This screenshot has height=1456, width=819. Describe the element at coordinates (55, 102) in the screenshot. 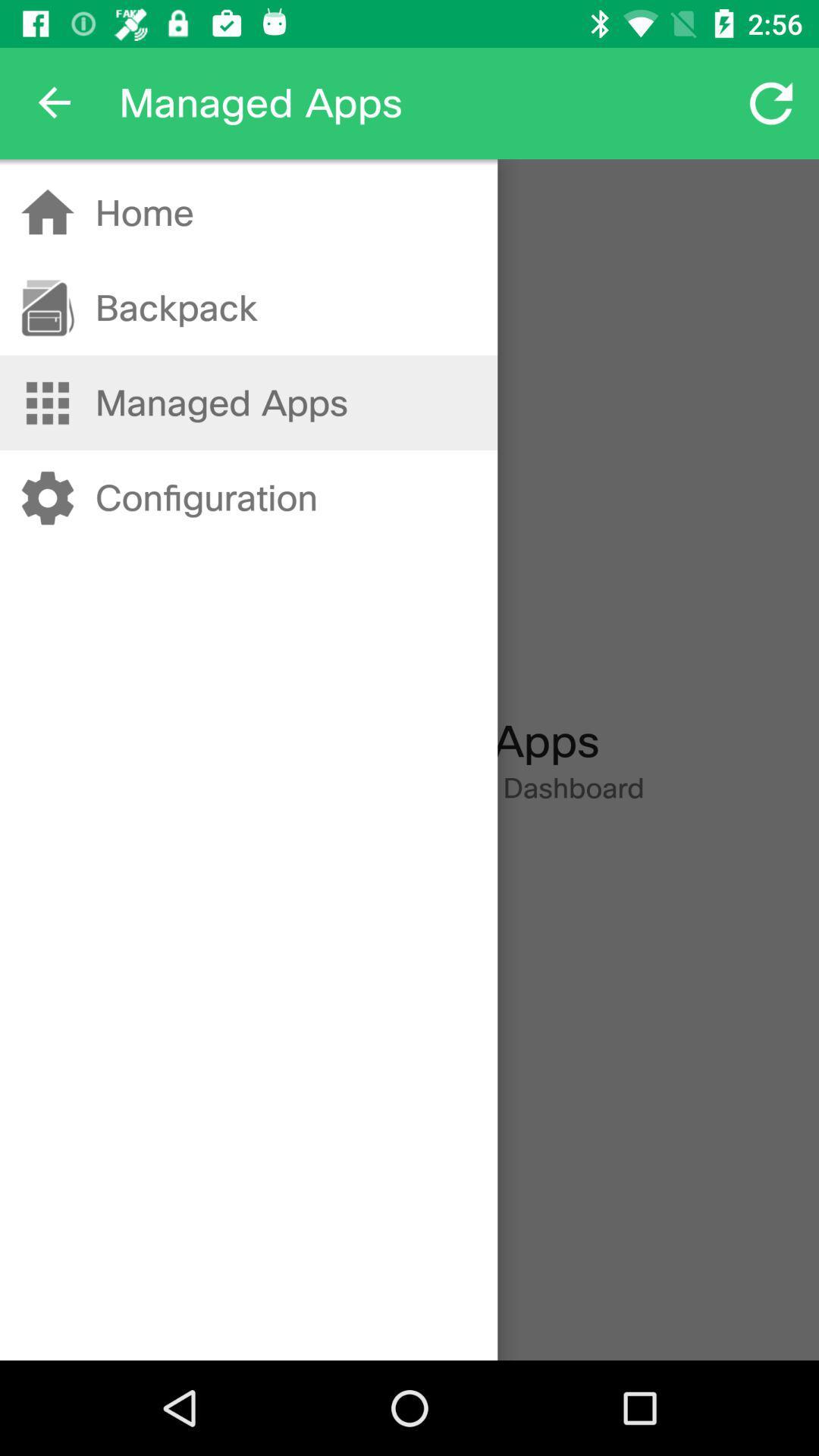

I see `icon next to the managed apps icon` at that location.